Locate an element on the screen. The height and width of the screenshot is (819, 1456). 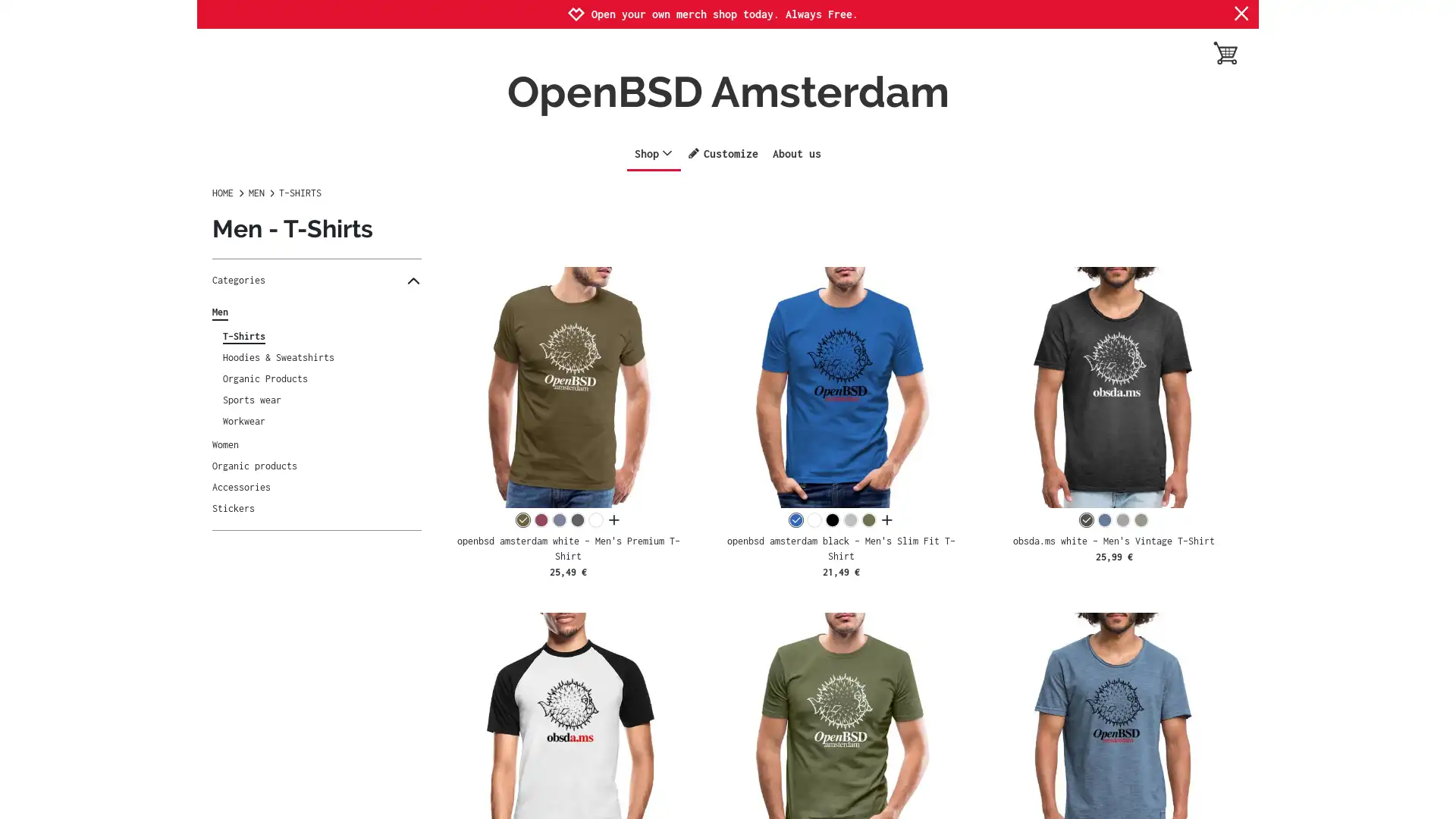
khaki green is located at coordinates (868, 519).